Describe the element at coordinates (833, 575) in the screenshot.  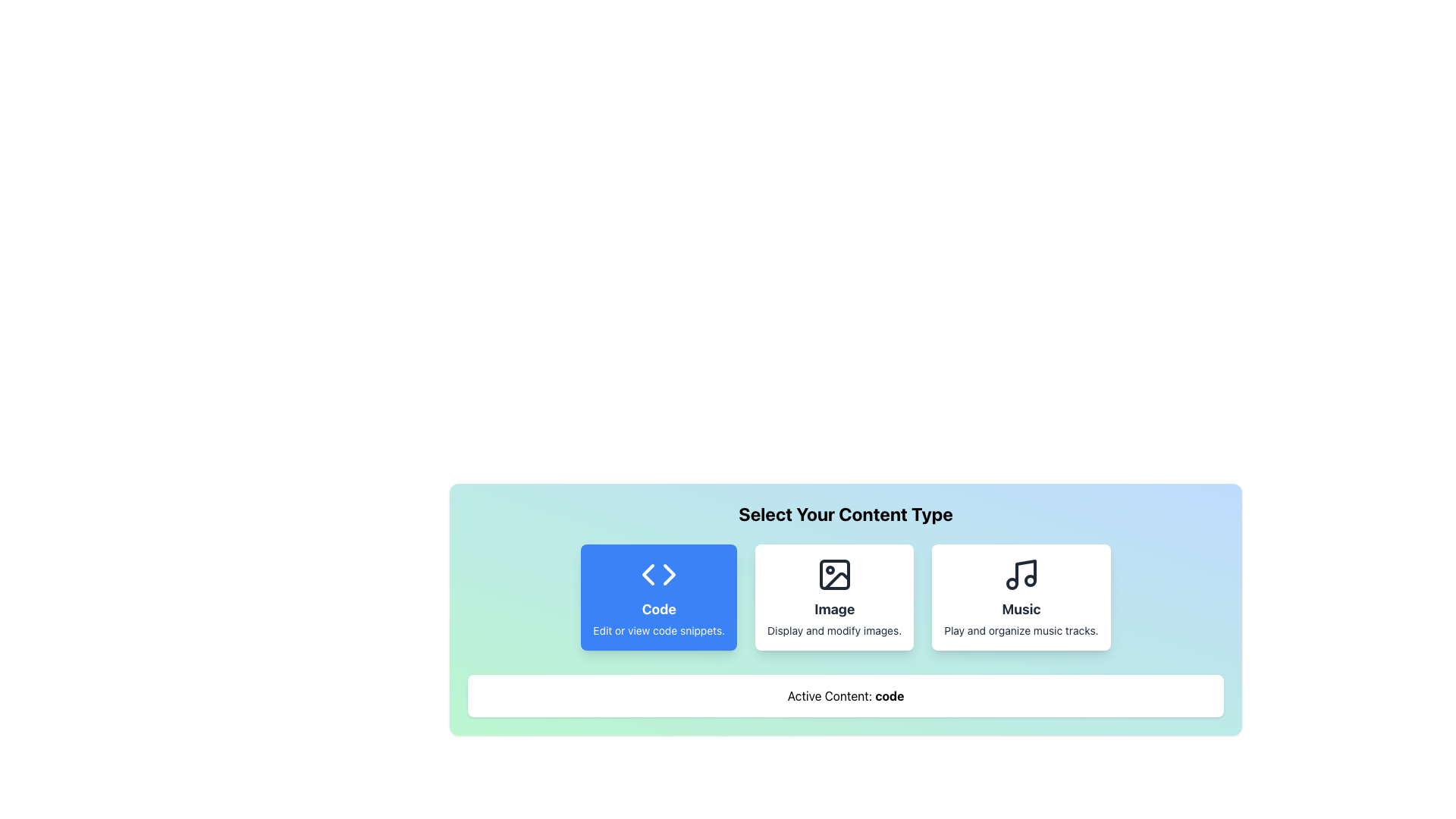
I see `the prominent rectangle that serves as the background frame for the image icon within the 'Image' option section` at that location.